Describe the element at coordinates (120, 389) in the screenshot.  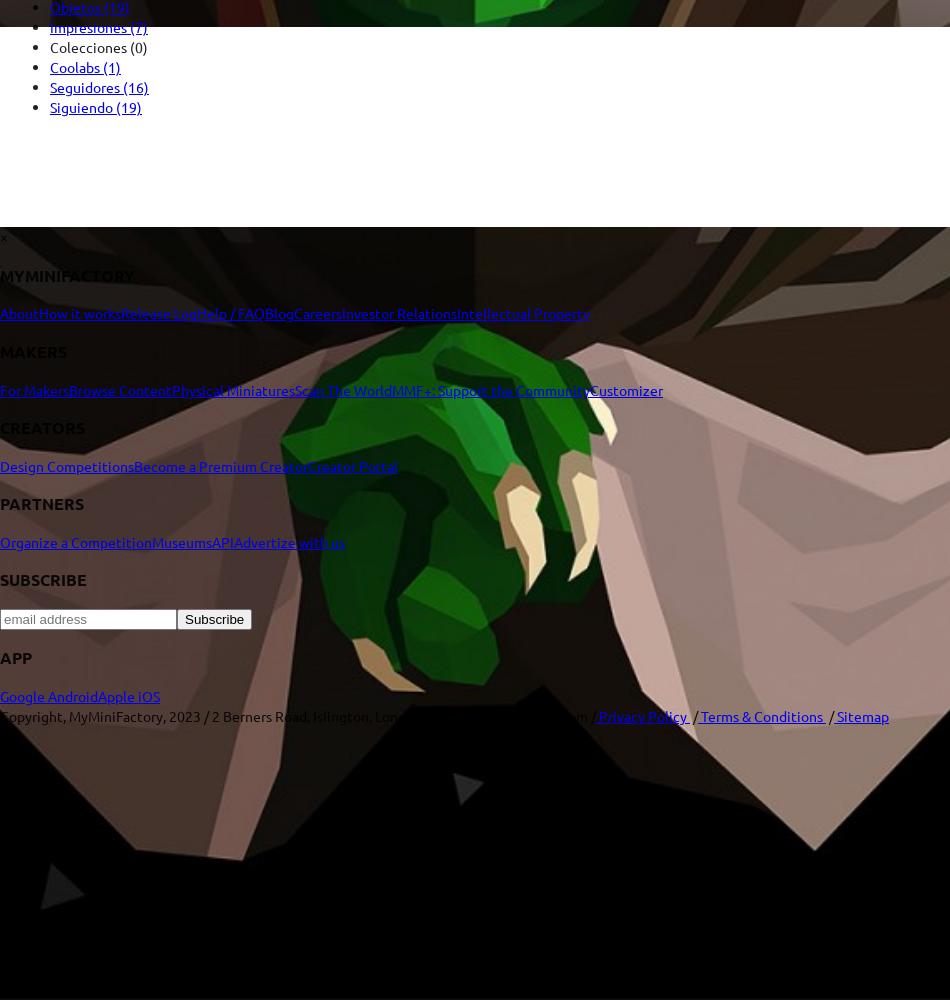
I see `'Browse Content'` at that location.